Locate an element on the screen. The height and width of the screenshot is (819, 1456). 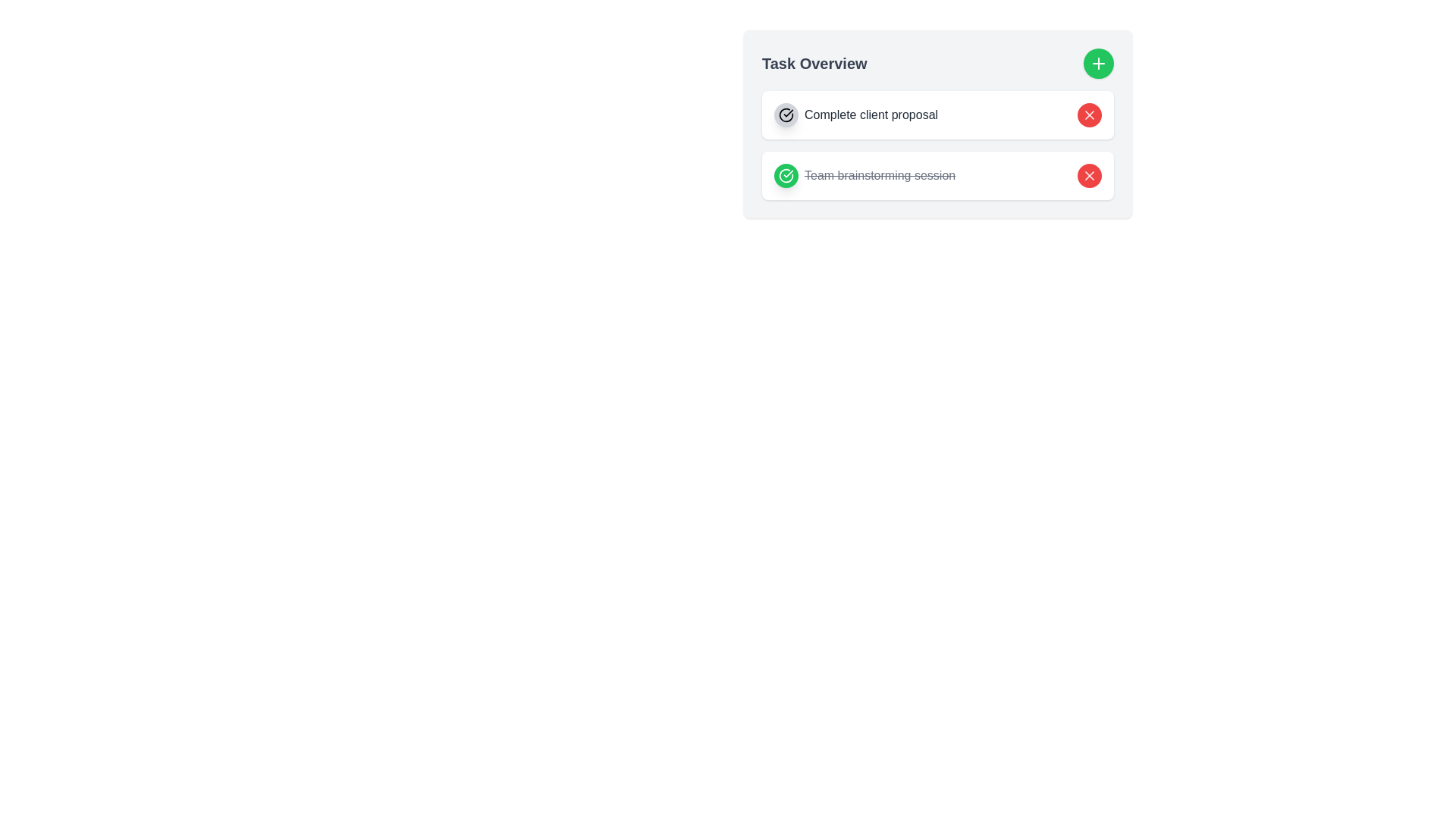
the circular green button with a white plus icon located in the upper-right corner of the 'Task Overview' section is located at coordinates (1099, 63).